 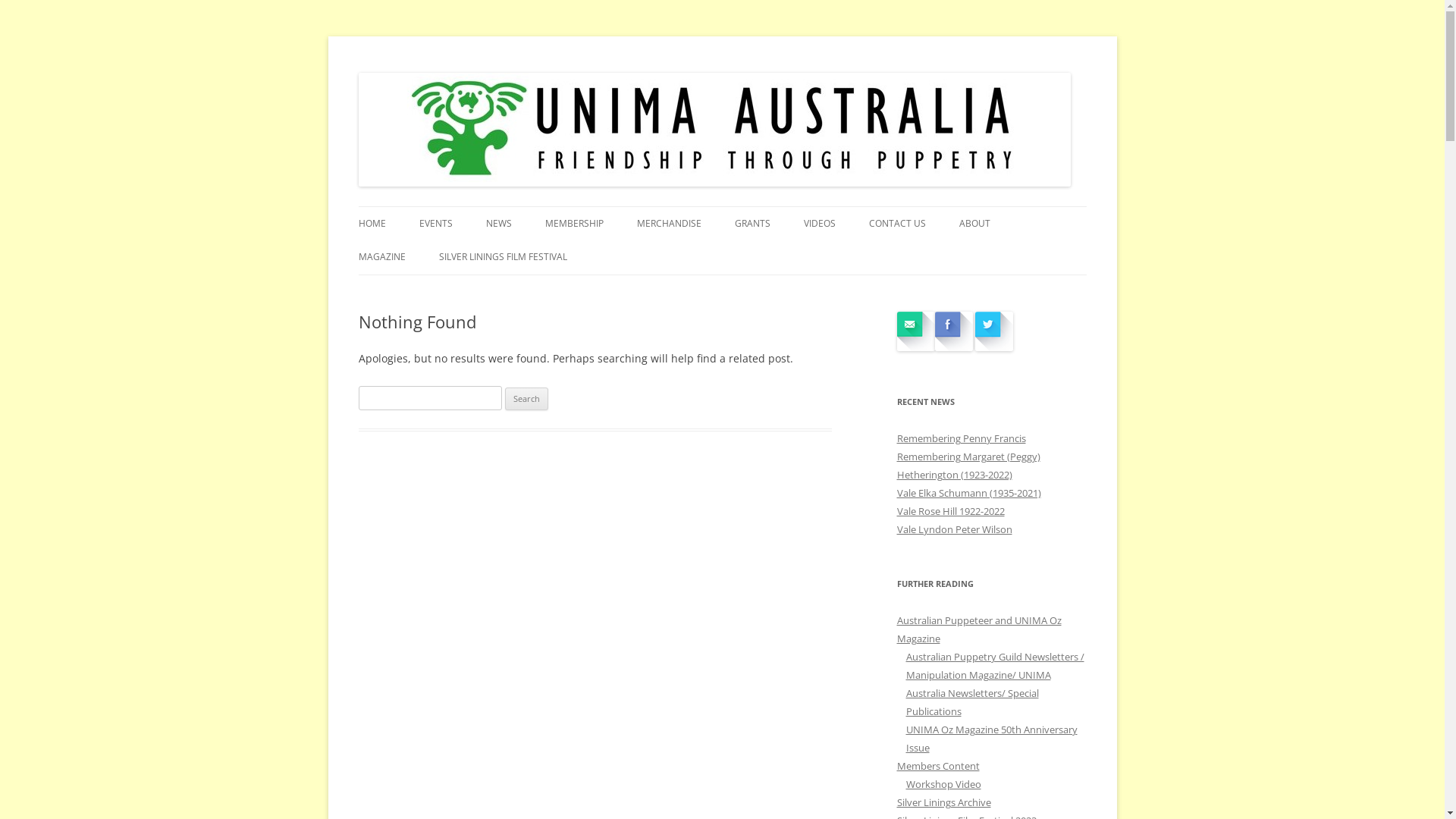 I want to click on 'UNIMAOz on twitter', so click(x=993, y=347).